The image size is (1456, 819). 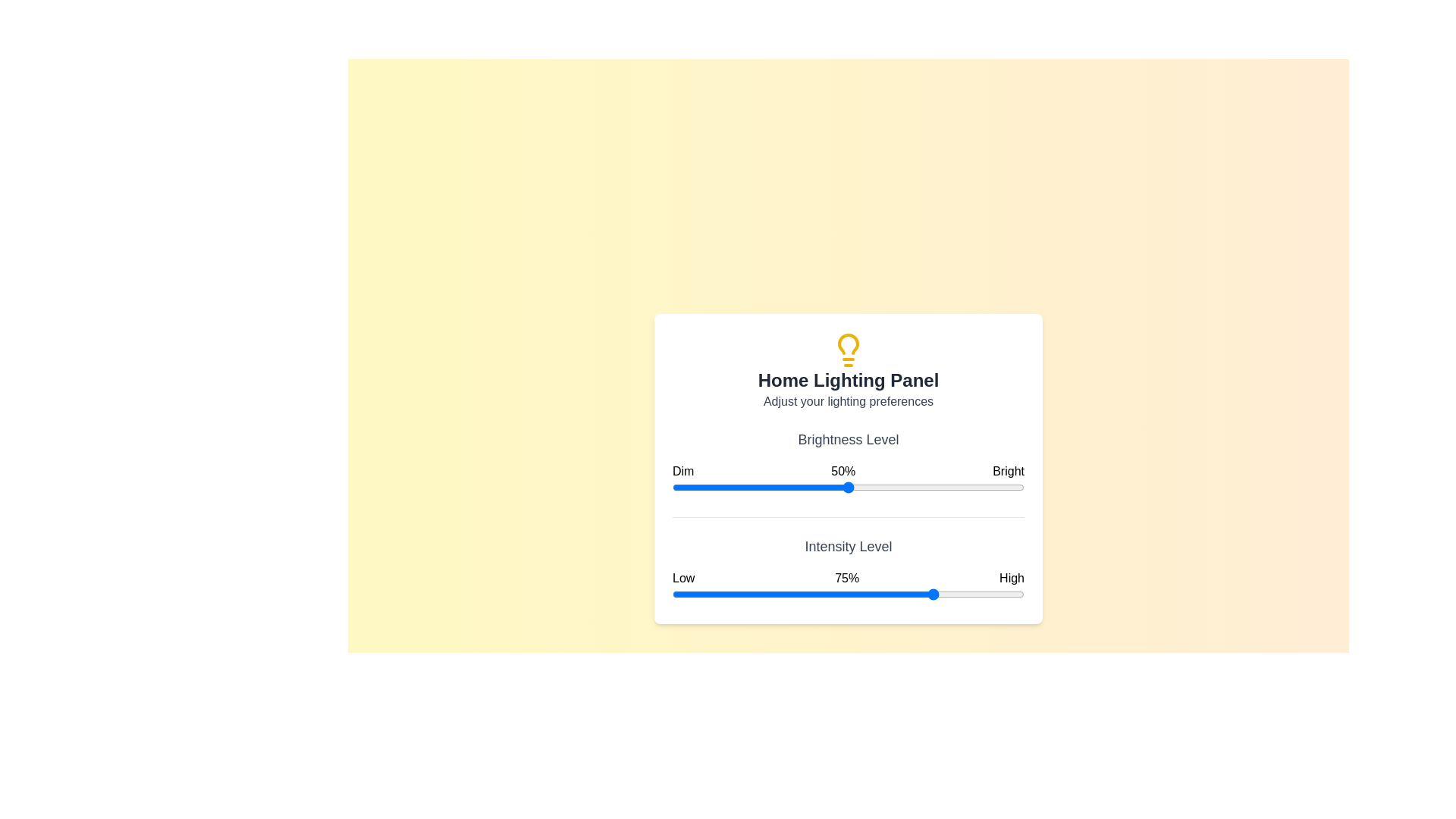 What do you see at coordinates (761, 593) in the screenshot?
I see `the Intensity Level slider` at bounding box center [761, 593].